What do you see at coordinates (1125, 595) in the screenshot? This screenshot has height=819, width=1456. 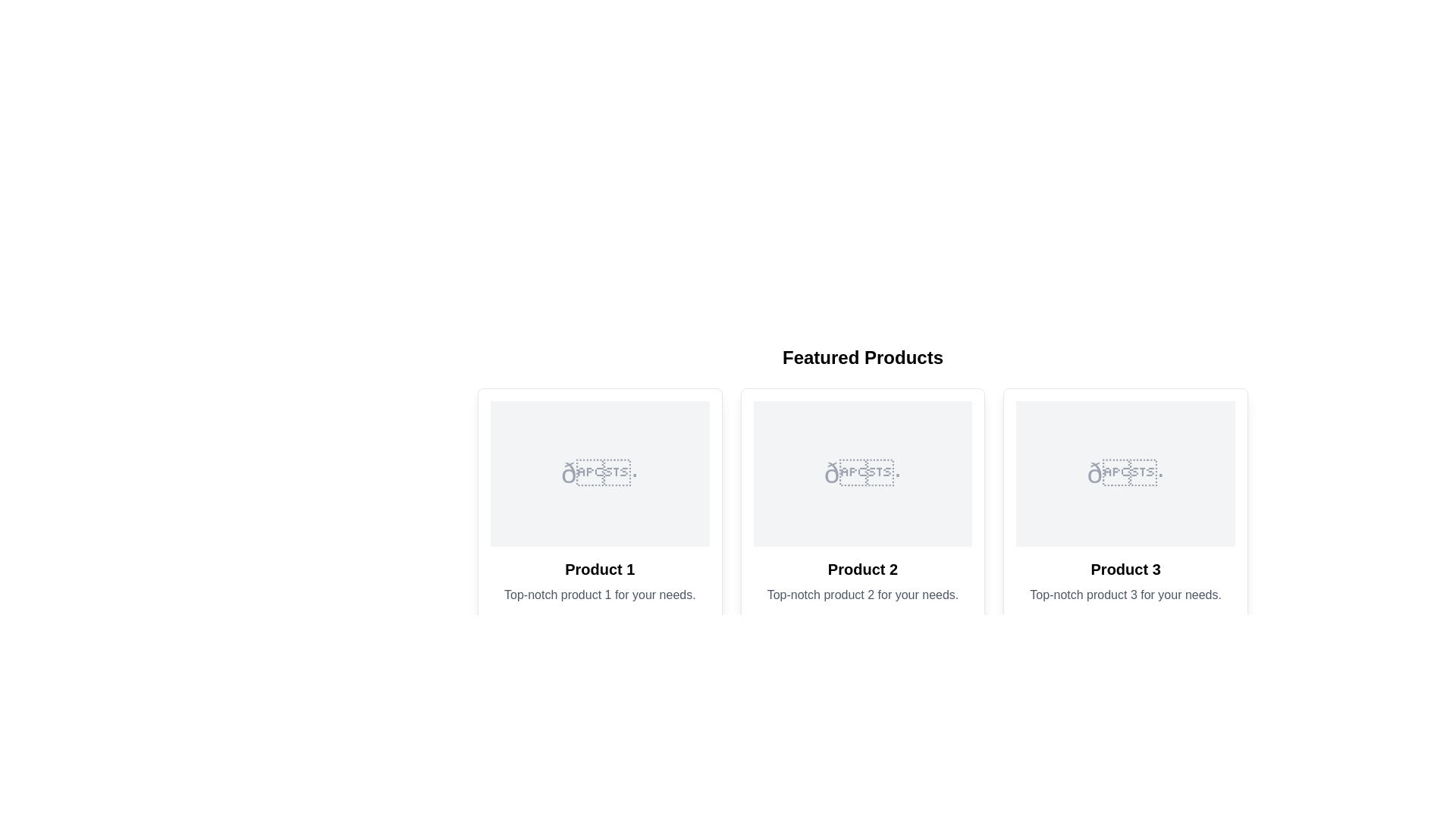 I see `textual label displaying 'Top-notch product 3 for your needs.' which is located under 'Product 3' in the third product card` at bounding box center [1125, 595].